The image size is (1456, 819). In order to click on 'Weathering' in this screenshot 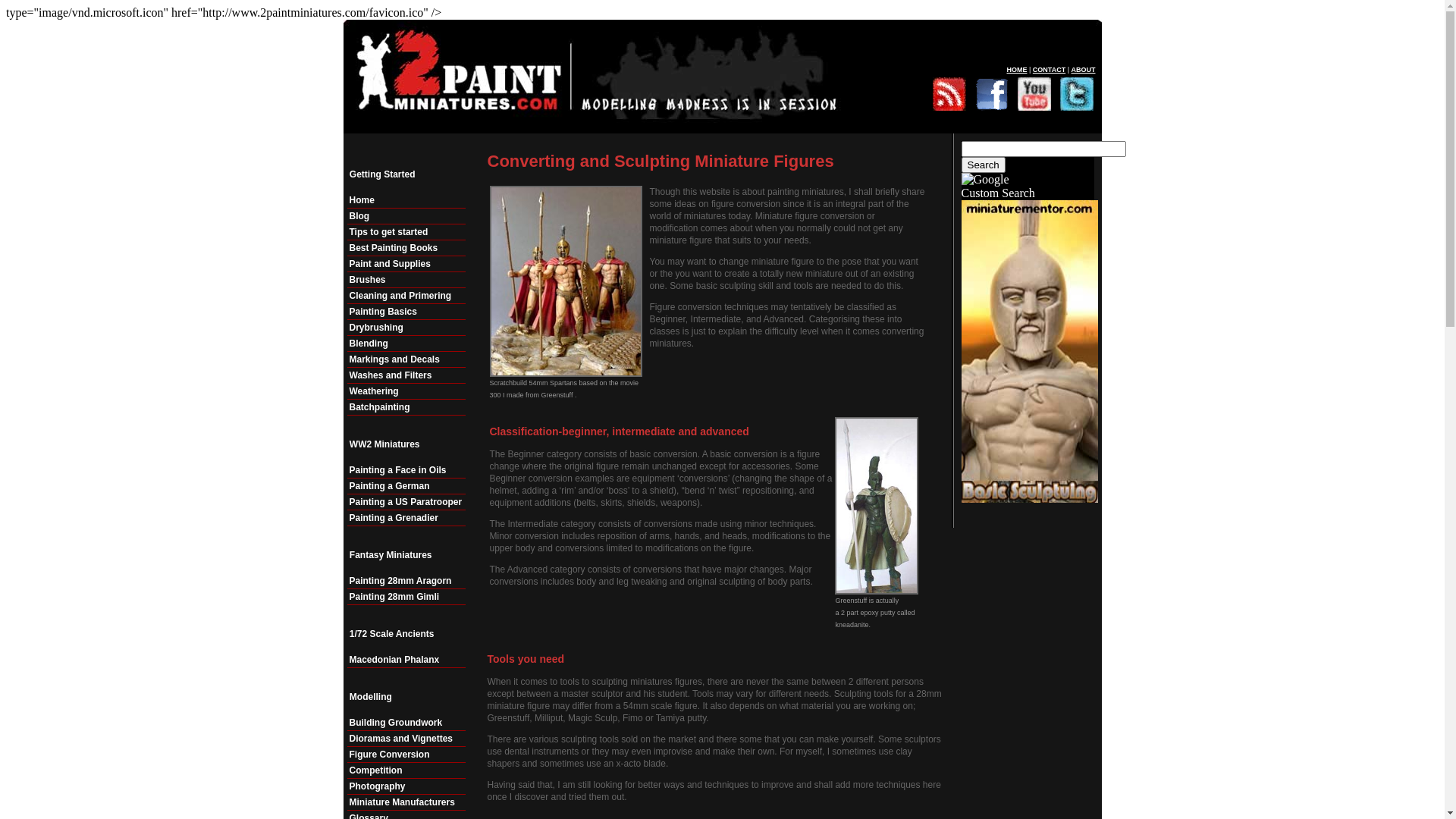, I will do `click(406, 391)`.